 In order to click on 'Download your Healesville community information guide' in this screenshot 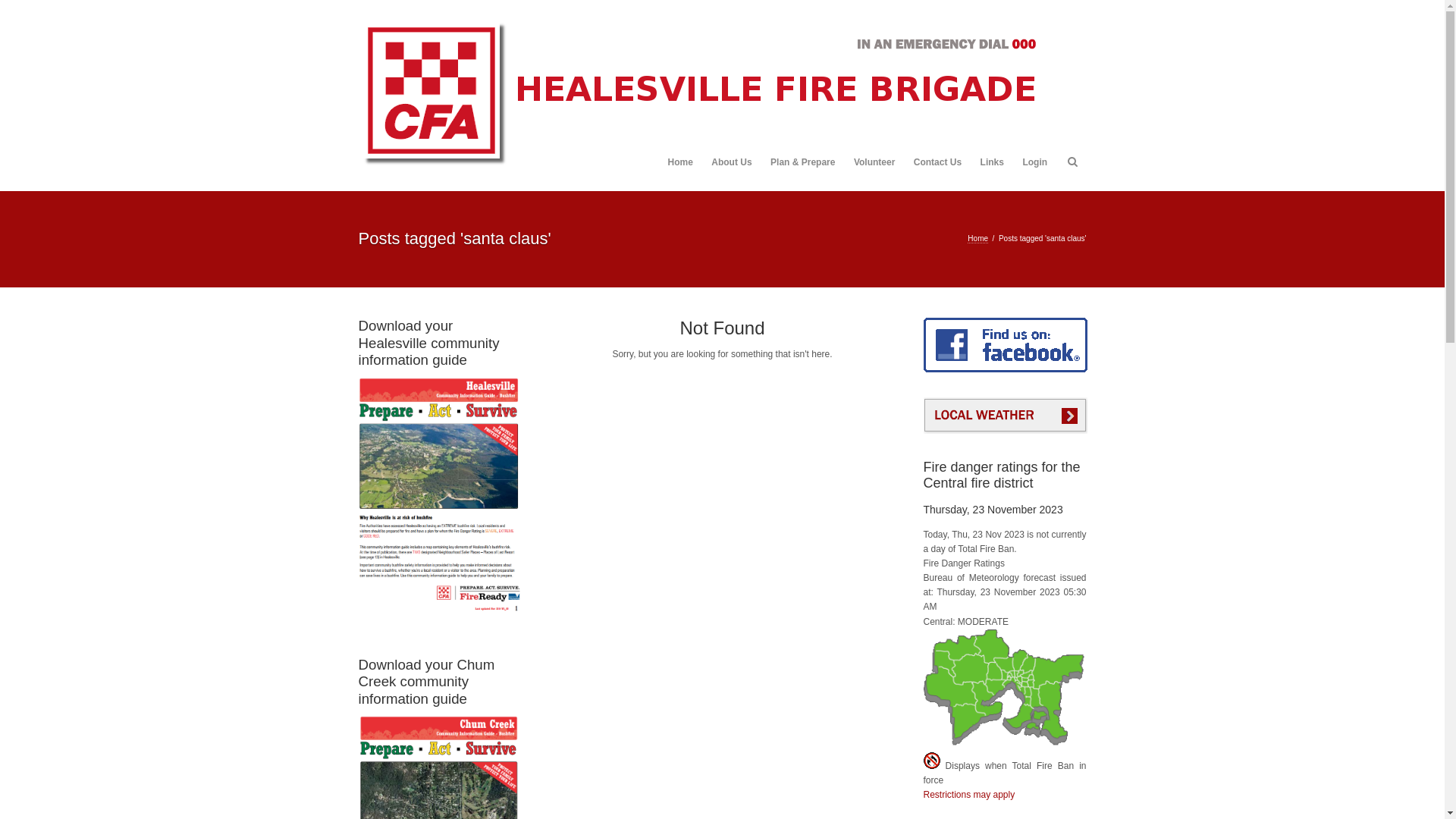, I will do `click(356, 475)`.